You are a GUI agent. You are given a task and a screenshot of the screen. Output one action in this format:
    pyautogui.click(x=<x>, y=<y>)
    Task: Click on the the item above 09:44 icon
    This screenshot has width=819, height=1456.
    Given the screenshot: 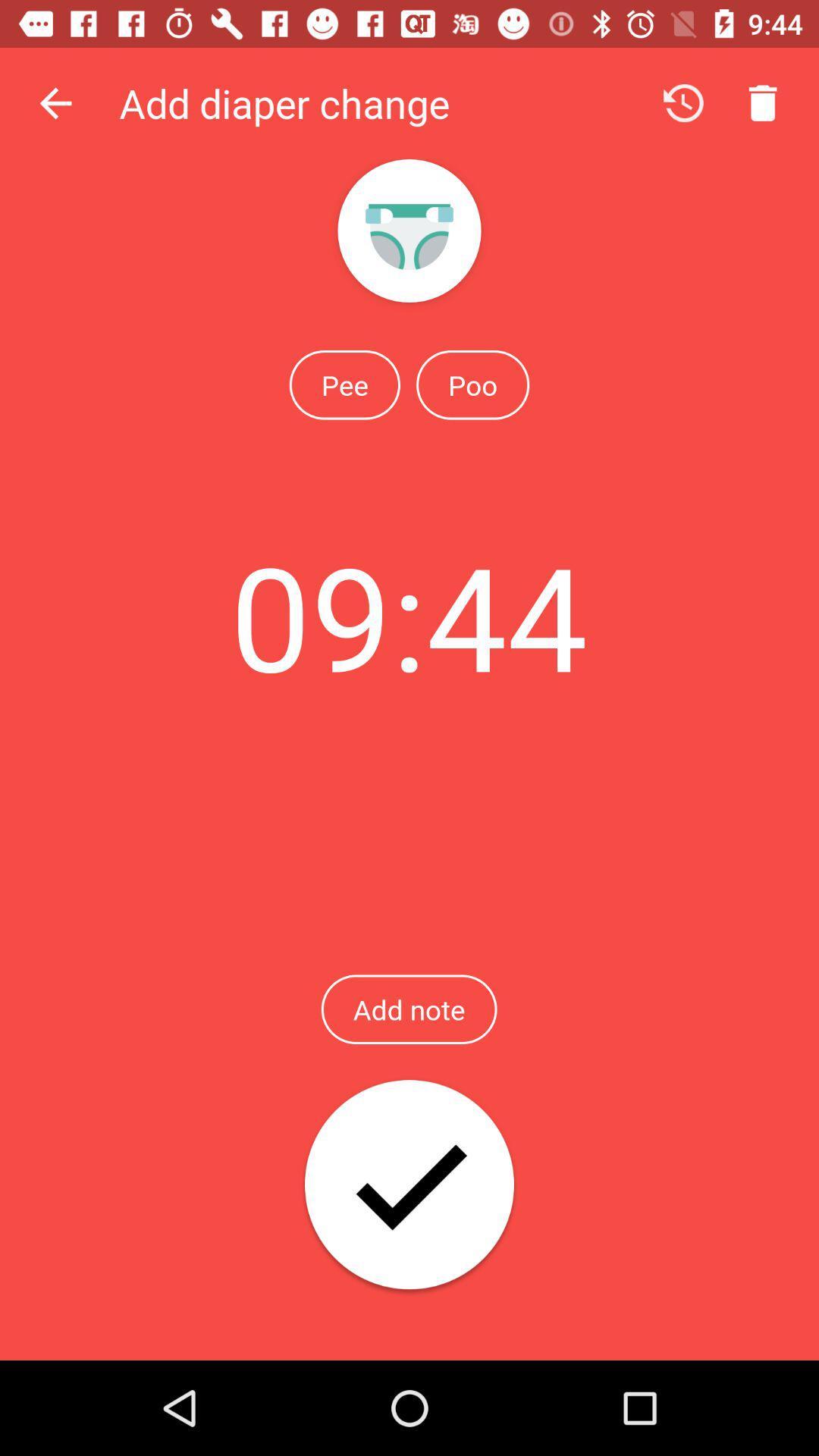 What is the action you would take?
    pyautogui.click(x=344, y=384)
    